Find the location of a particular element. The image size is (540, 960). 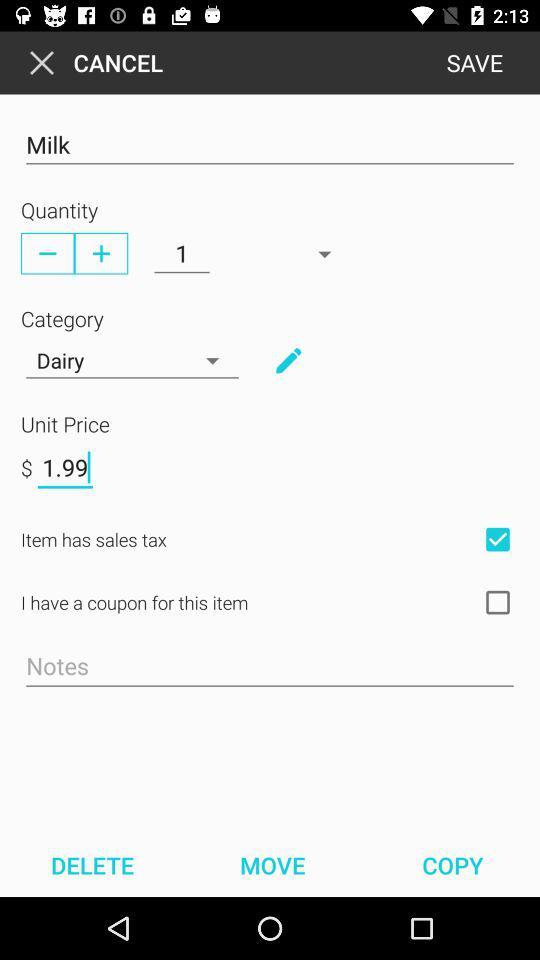

item coupon indicator is located at coordinates (496, 601).